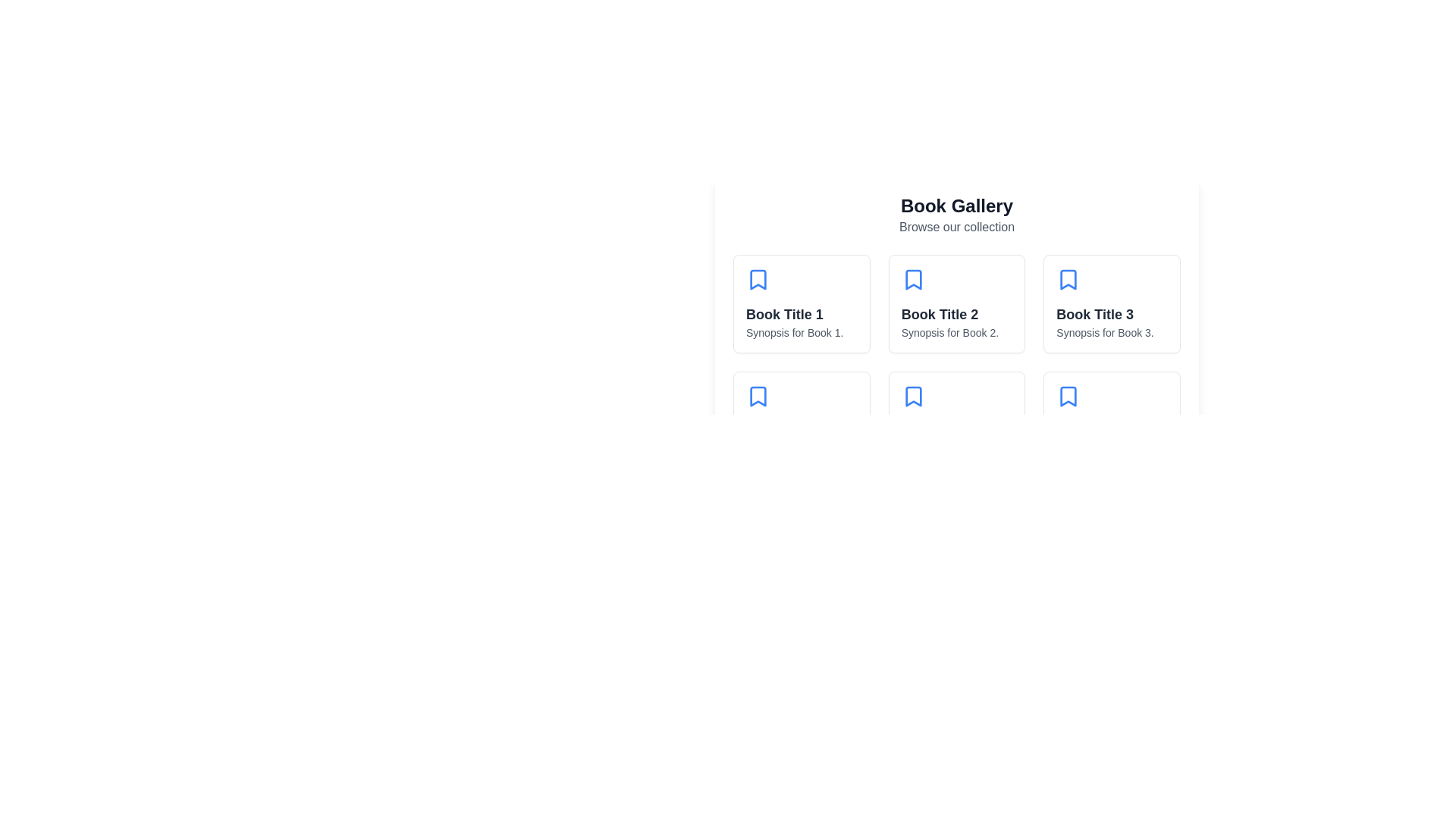 Image resolution: width=1456 pixels, height=819 pixels. Describe the element at coordinates (1068, 280) in the screenshot. I see `the bookmark icon located at the top left of the 'Book Title 3' card` at that location.